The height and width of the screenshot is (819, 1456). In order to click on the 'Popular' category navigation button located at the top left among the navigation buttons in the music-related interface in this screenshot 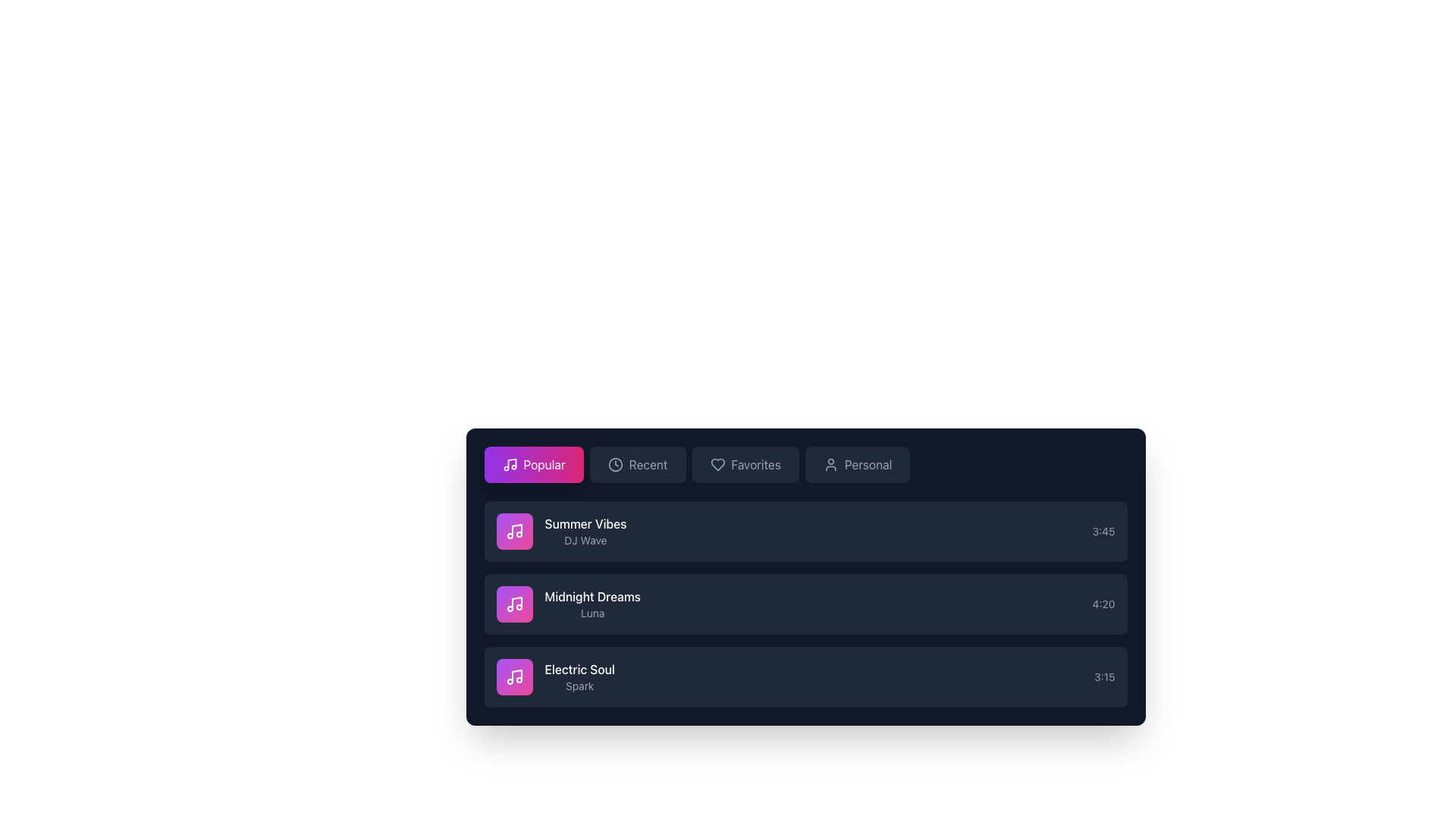, I will do `click(534, 464)`.